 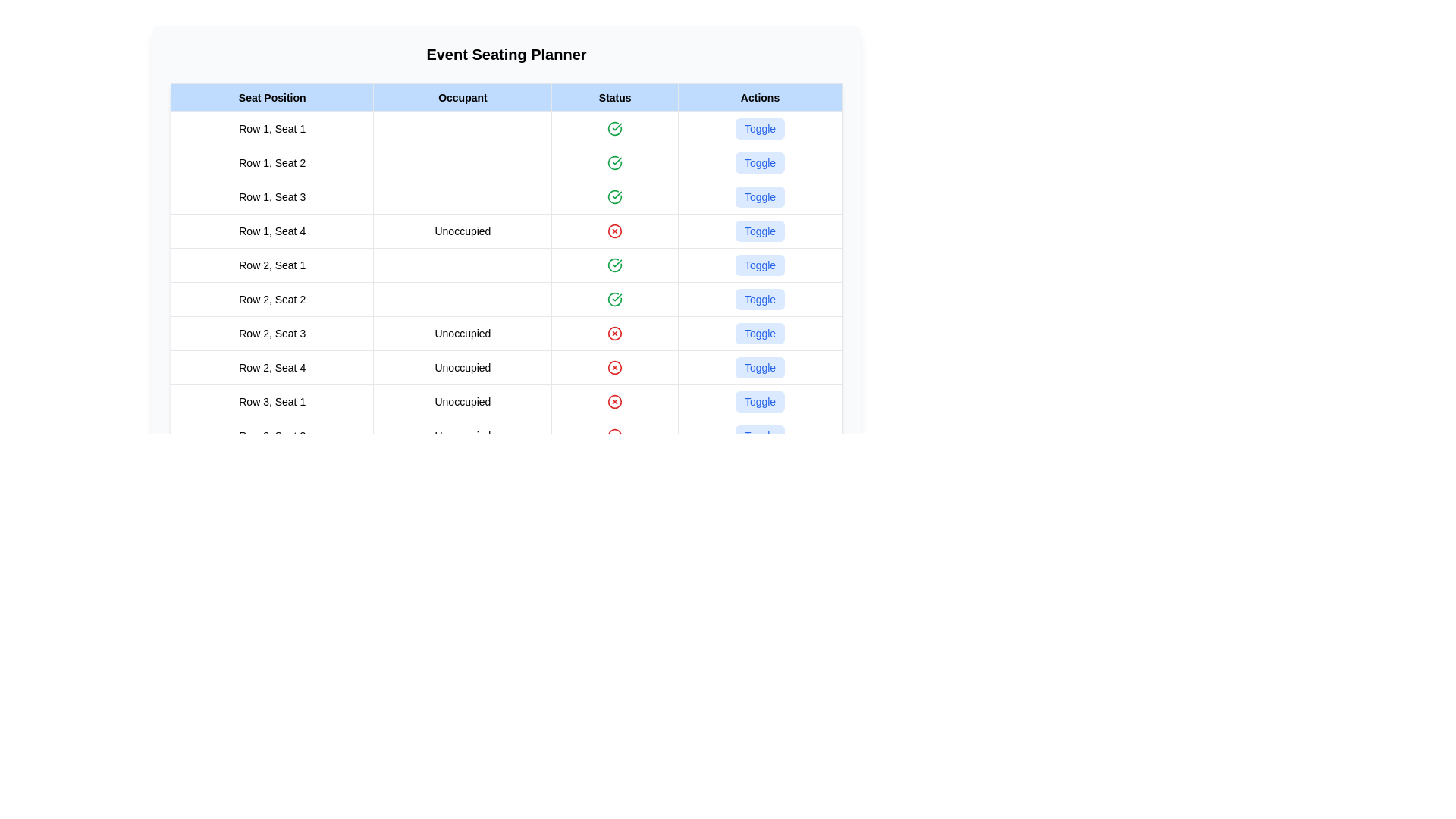 I want to click on the 'Toggle' button located in the 'Actions' column of the table under 'Event Seating Planner', which is styled with a light blue background and blue text, so click(x=760, y=127).